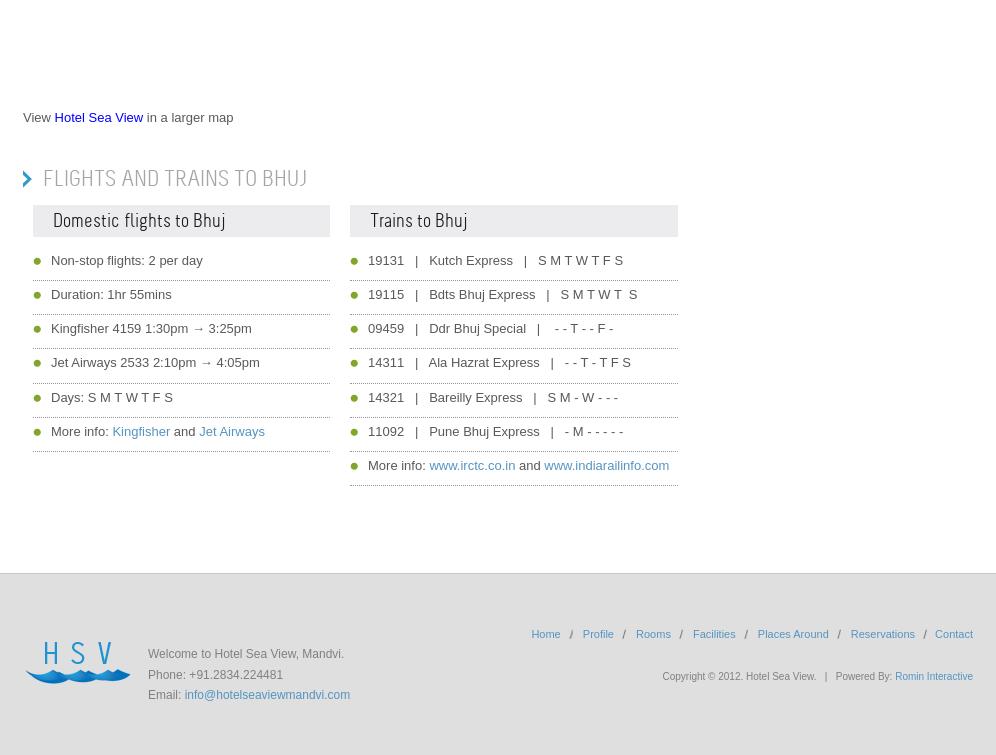 This screenshot has height=755, width=996. What do you see at coordinates (953, 631) in the screenshot?
I see `'Contact'` at bounding box center [953, 631].